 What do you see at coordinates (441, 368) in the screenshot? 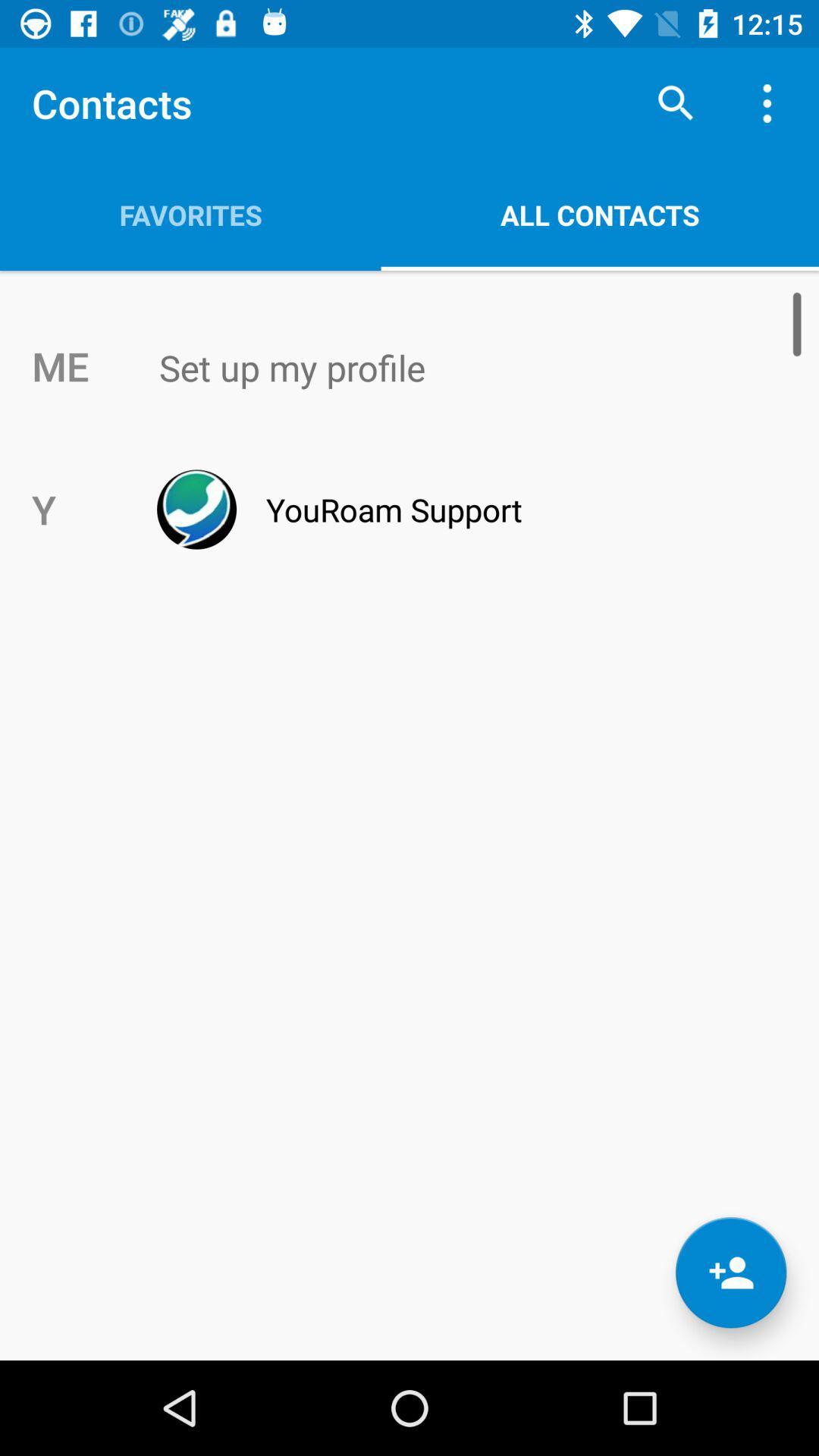
I see `set up my item` at bounding box center [441, 368].